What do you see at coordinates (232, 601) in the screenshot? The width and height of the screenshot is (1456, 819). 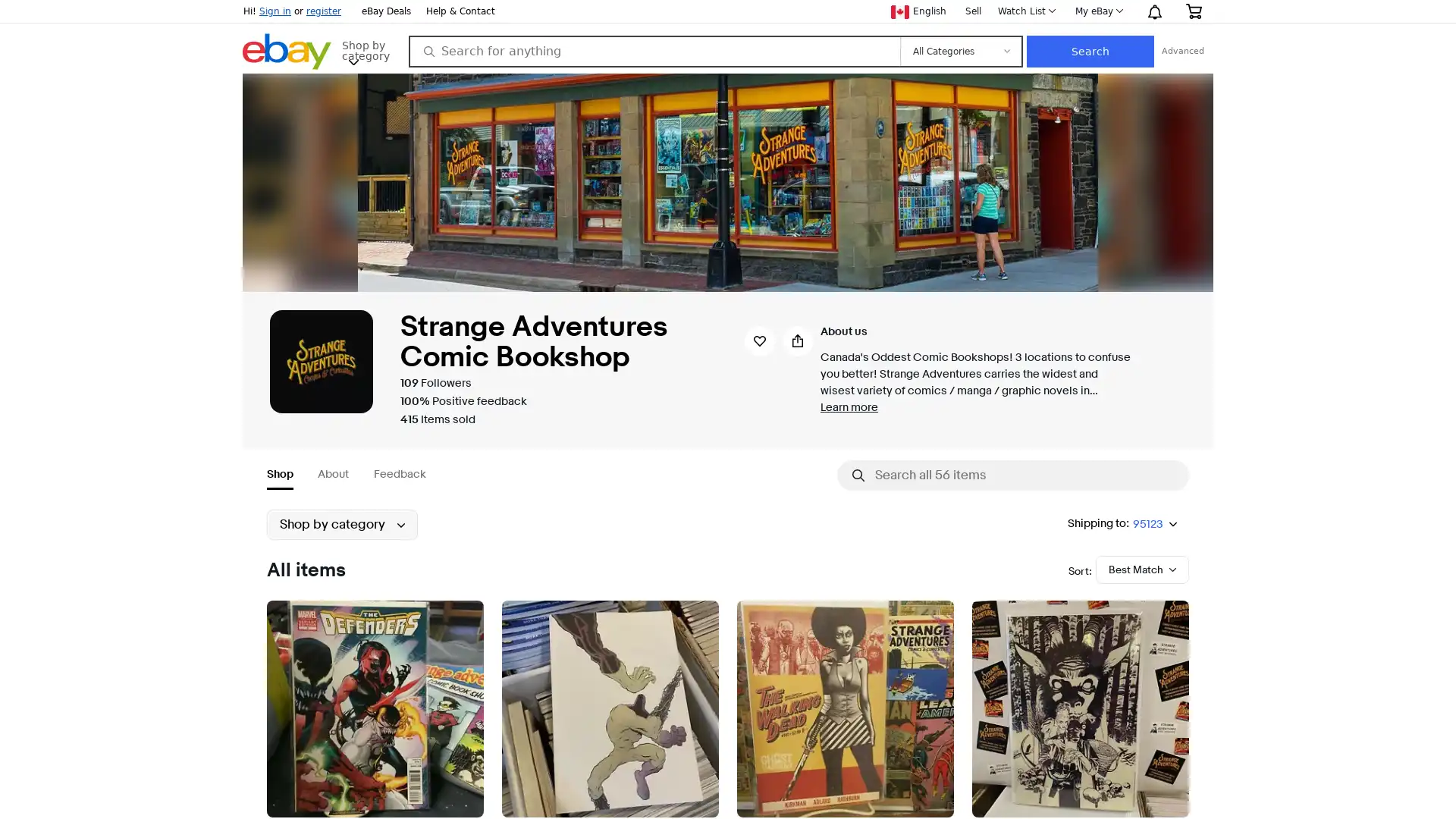 I see `Submenu of Collectibles` at bounding box center [232, 601].